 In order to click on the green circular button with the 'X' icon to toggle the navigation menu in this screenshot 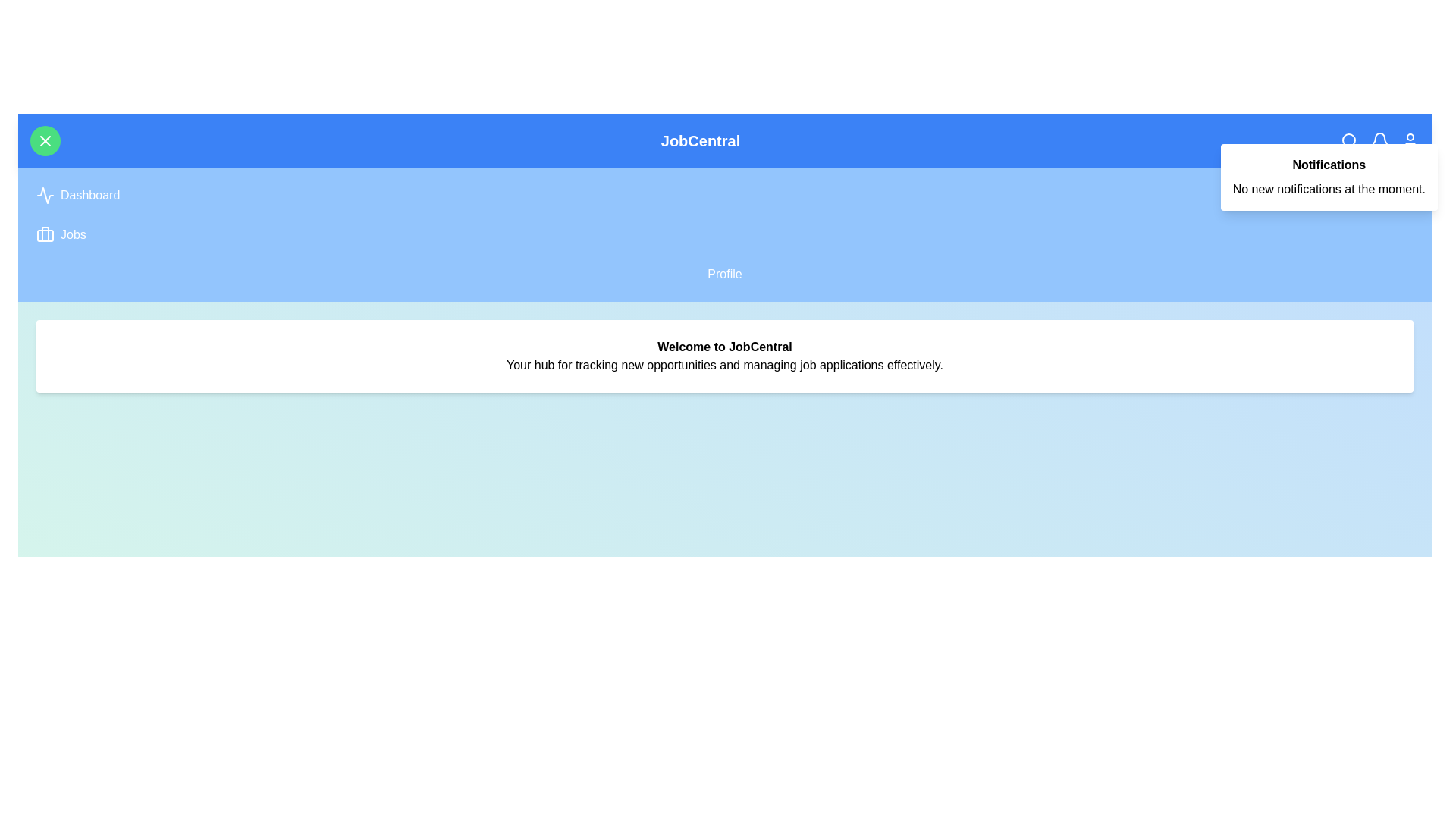, I will do `click(45, 140)`.